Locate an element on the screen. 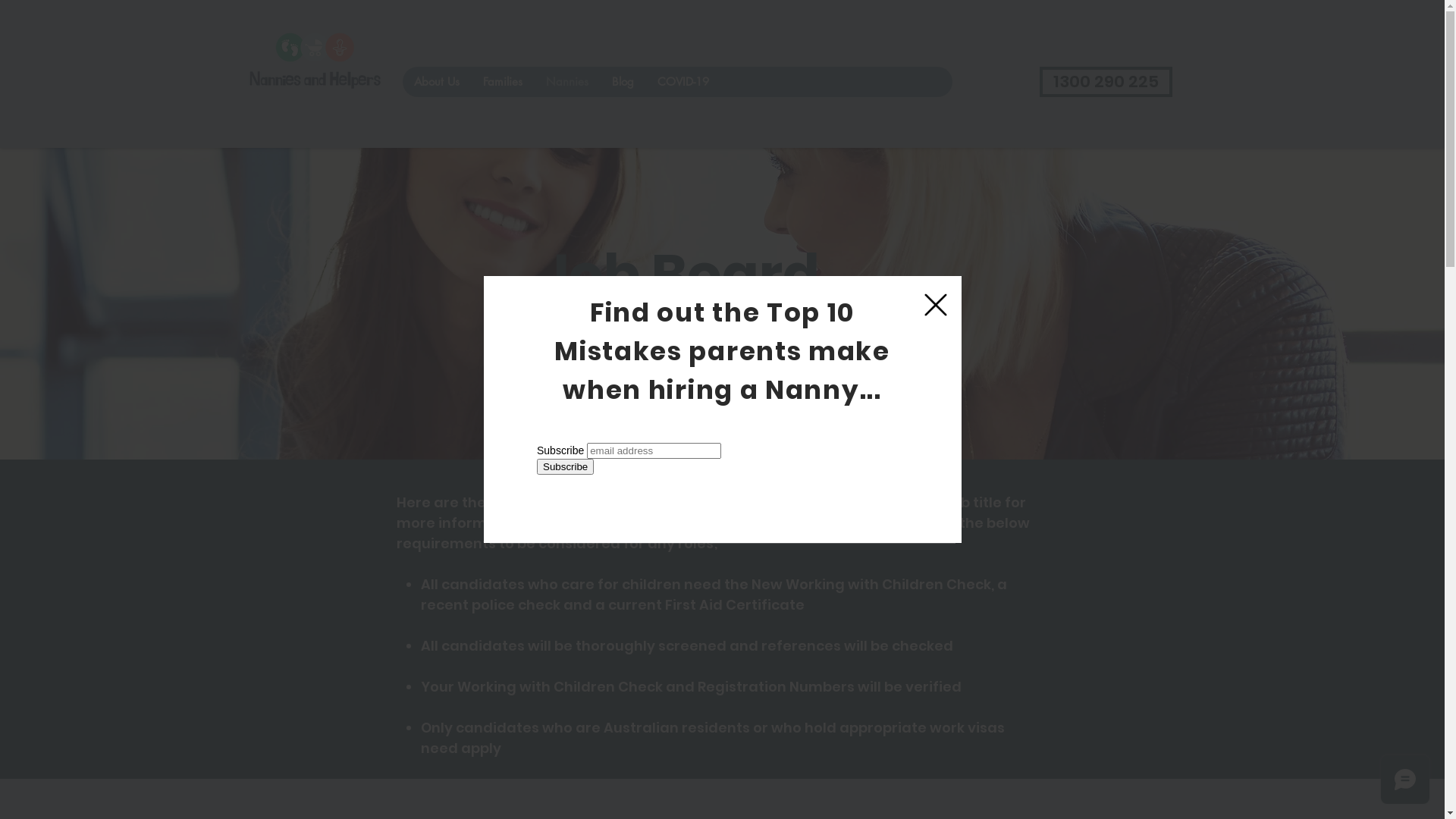 This screenshot has width=1456, height=819. 'Back to site' is located at coordinates (923, 304).